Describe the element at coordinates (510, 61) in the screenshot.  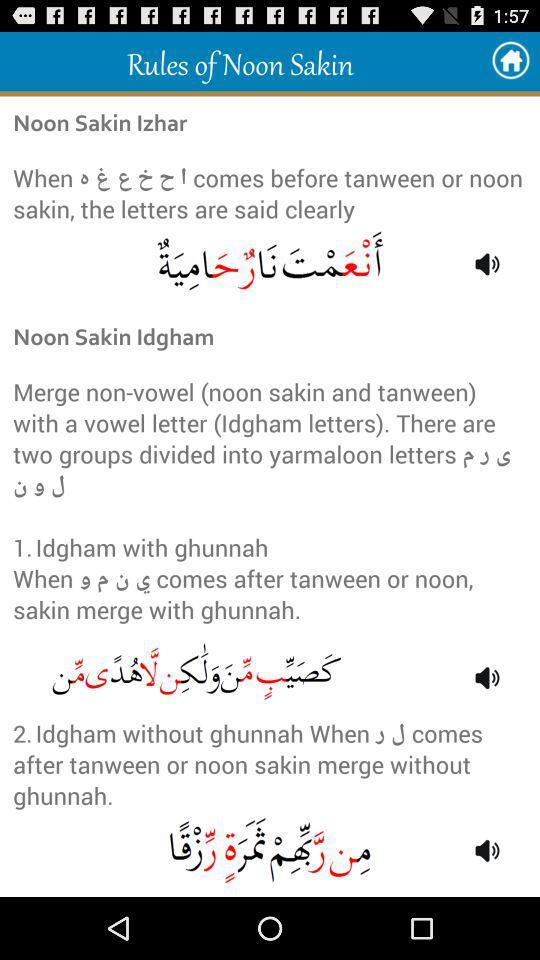
I see `the app to the right of rules of noon icon` at that location.